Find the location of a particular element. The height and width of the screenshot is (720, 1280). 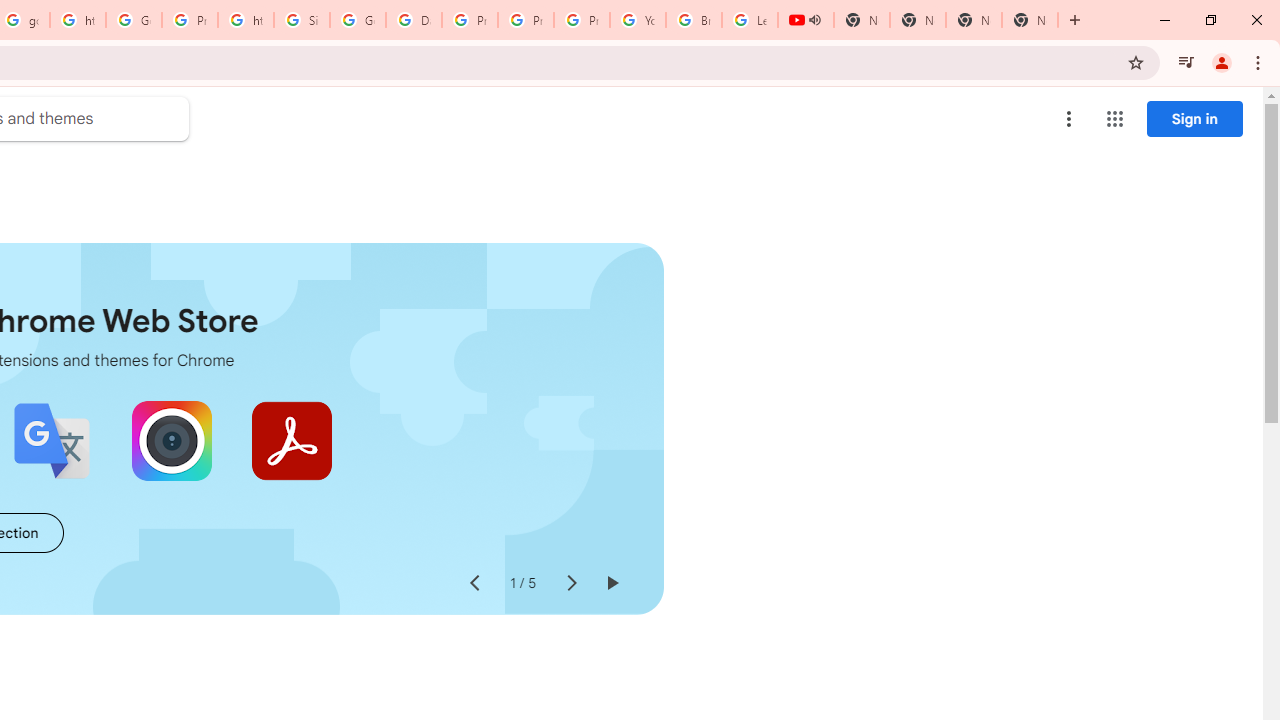

'Resume auto-play' is located at coordinates (610, 583).